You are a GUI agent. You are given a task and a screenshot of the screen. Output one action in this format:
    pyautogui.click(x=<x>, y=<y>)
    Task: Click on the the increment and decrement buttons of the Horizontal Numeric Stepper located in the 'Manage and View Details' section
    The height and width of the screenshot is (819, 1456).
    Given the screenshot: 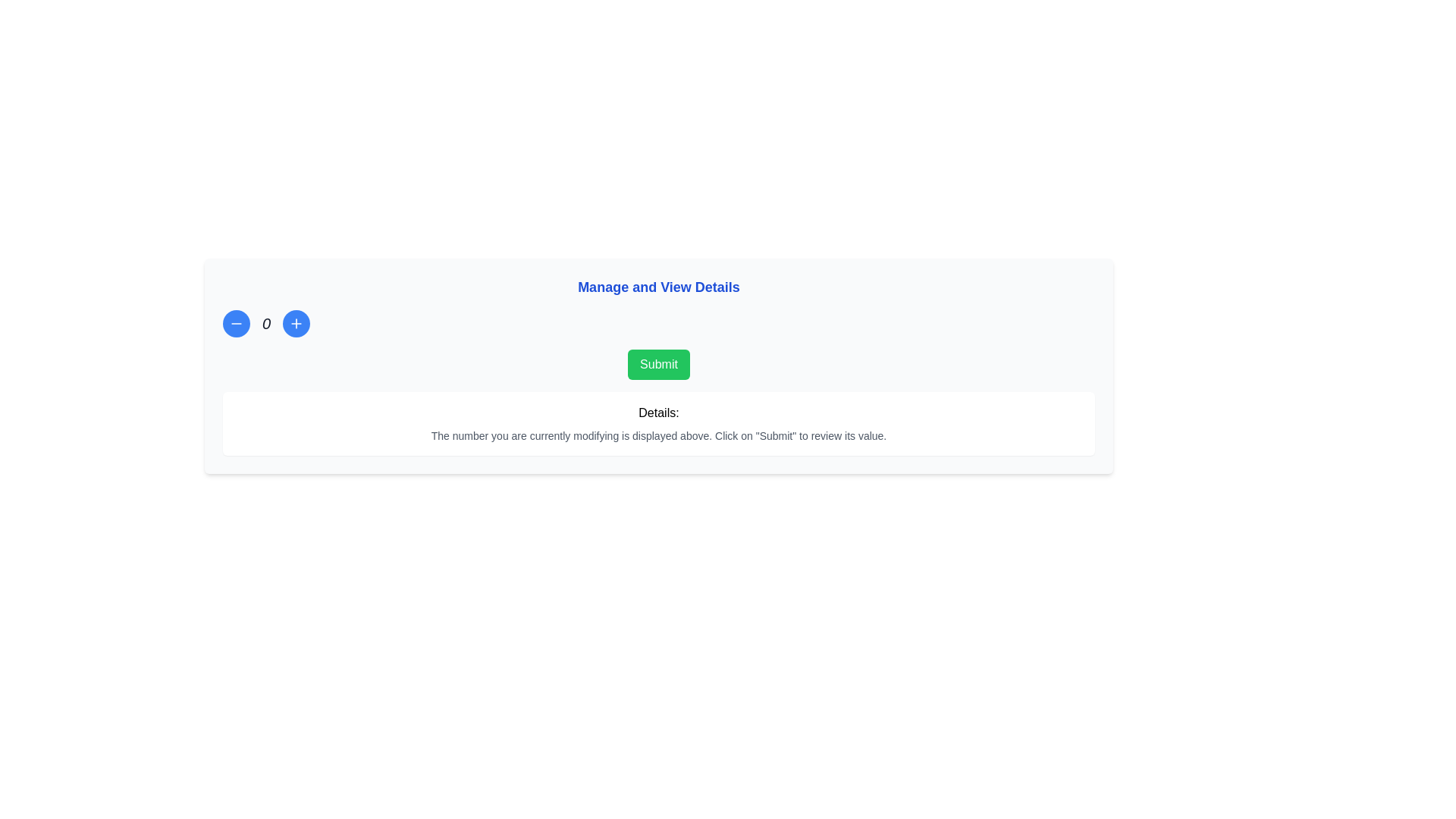 What is the action you would take?
    pyautogui.click(x=658, y=323)
    